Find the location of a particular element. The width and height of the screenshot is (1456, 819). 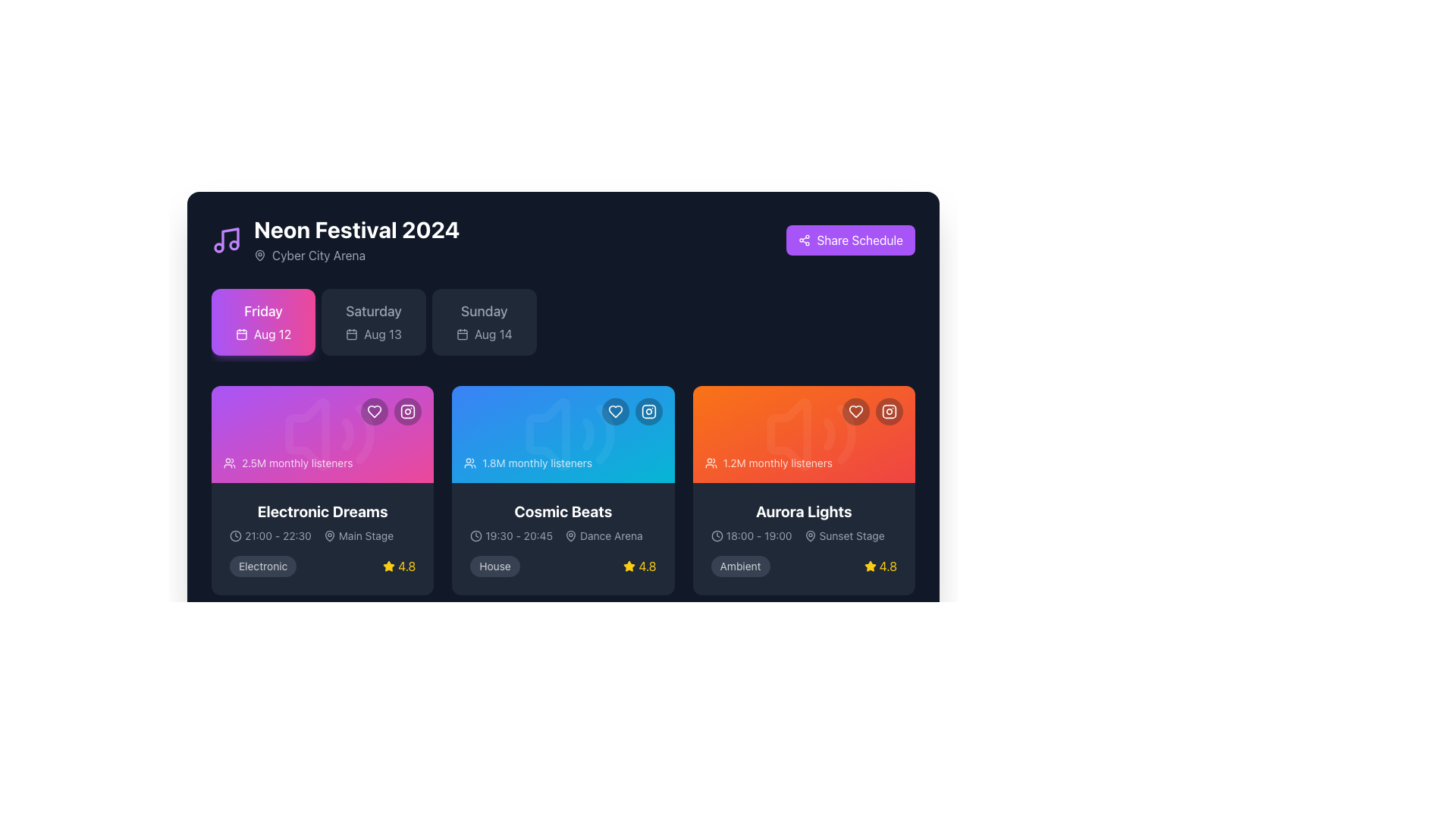

the static badge located below the 'Electronic Dreams' card in the events grid, which displays a star rating of '4.8' is located at coordinates (263, 566).